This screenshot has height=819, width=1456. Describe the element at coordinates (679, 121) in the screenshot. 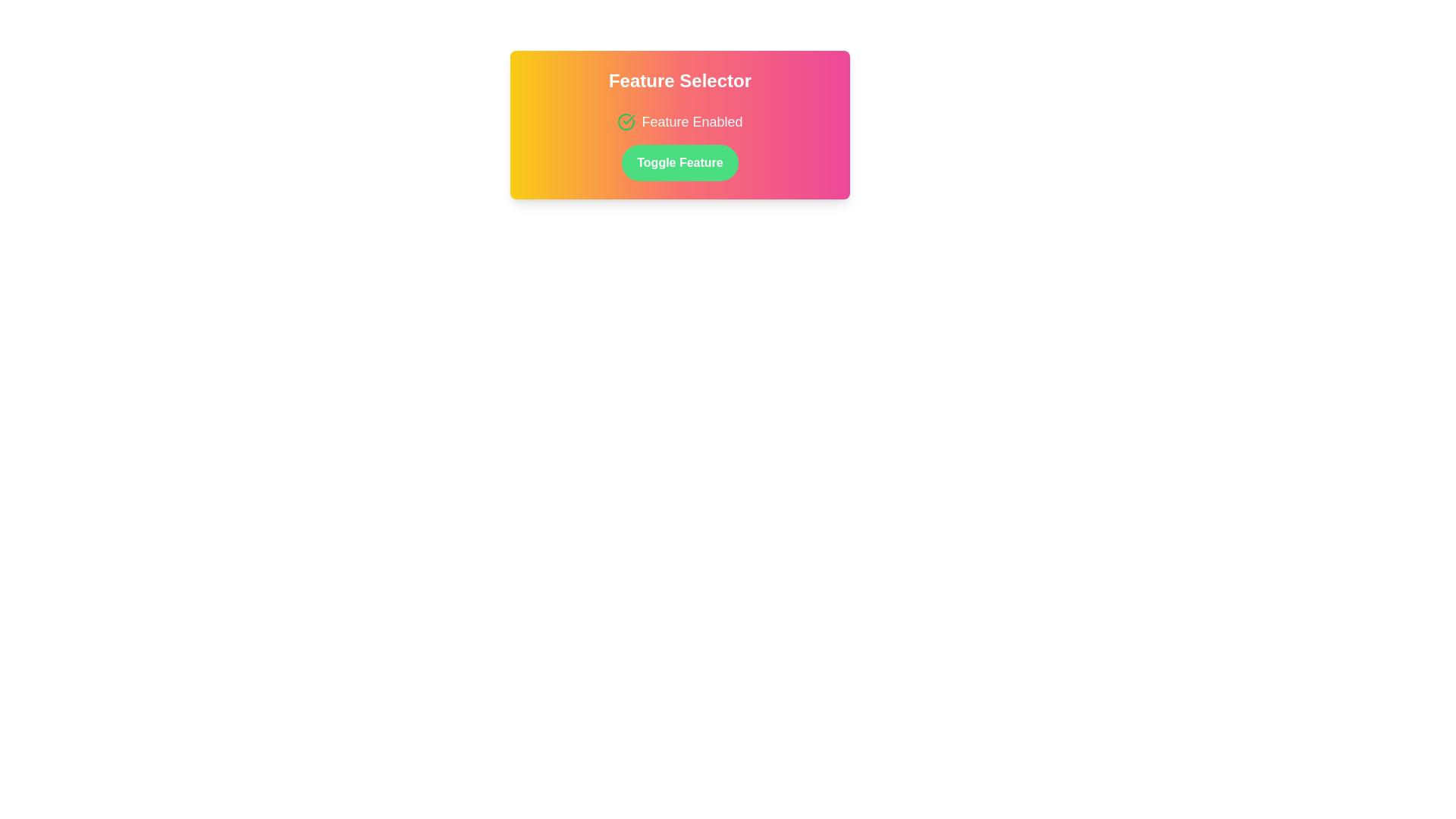

I see `the Label with an icon that visually conveys the status of a feature being enabled, featuring a green tick icon and descriptive text, located centrally below the 'Feature Selector' title and above the 'Toggle Feature' button` at that location.